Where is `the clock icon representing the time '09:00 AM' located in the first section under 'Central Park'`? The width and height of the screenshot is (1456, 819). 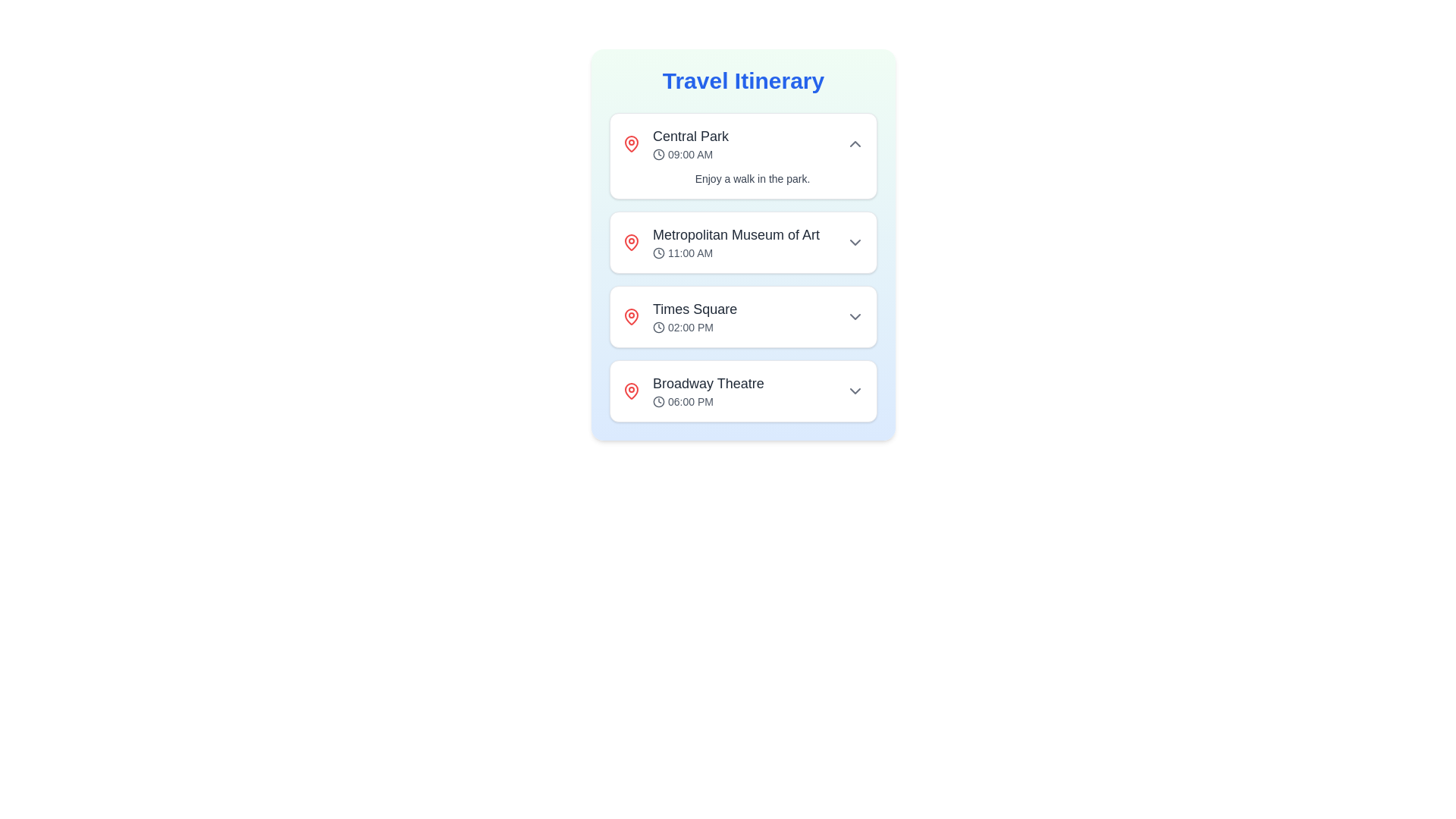
the clock icon representing the time '09:00 AM' located in the first section under 'Central Park' is located at coordinates (658, 155).